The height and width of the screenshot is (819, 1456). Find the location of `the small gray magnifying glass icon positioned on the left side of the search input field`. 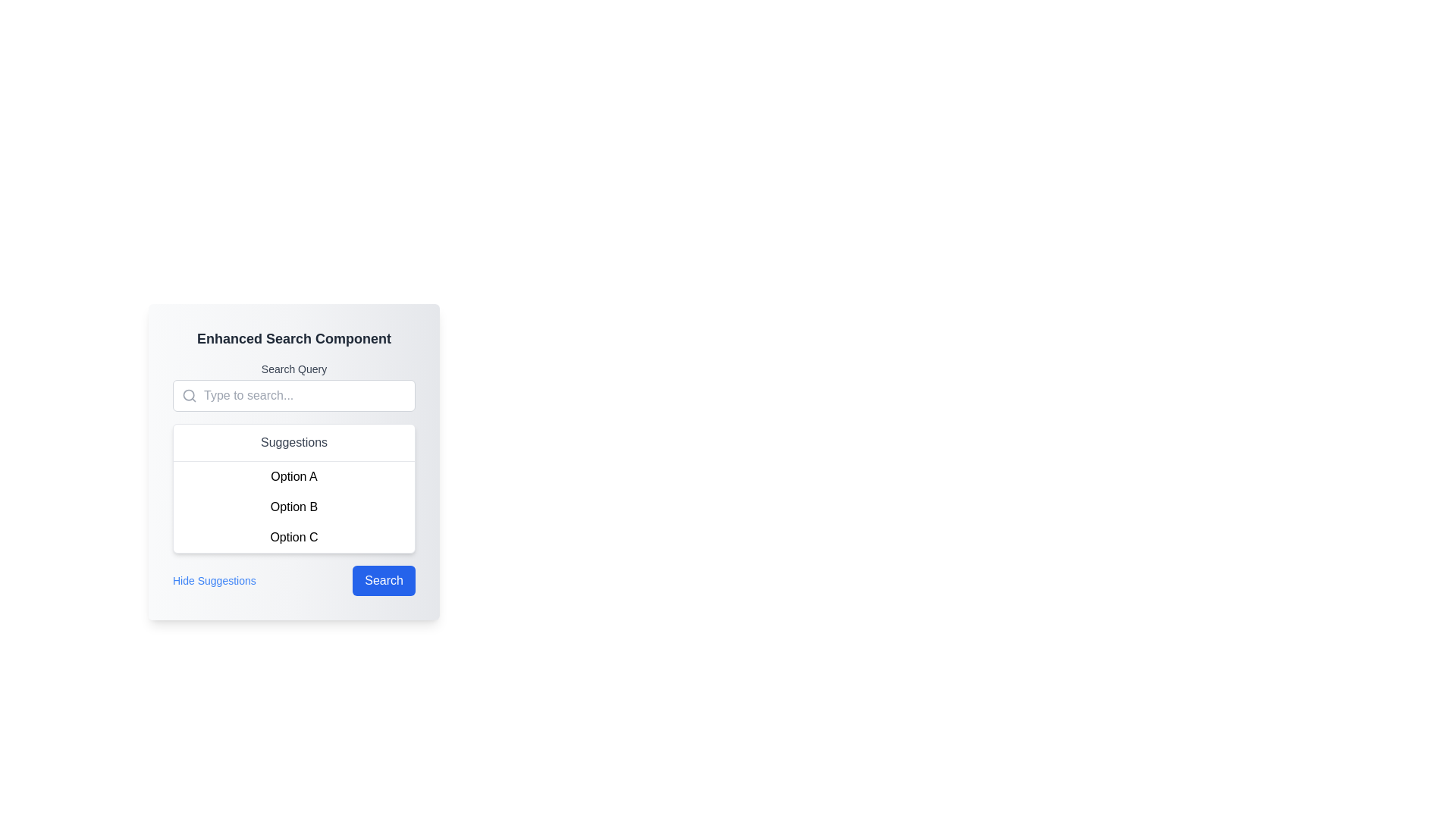

the small gray magnifying glass icon positioned on the left side of the search input field is located at coordinates (184, 394).